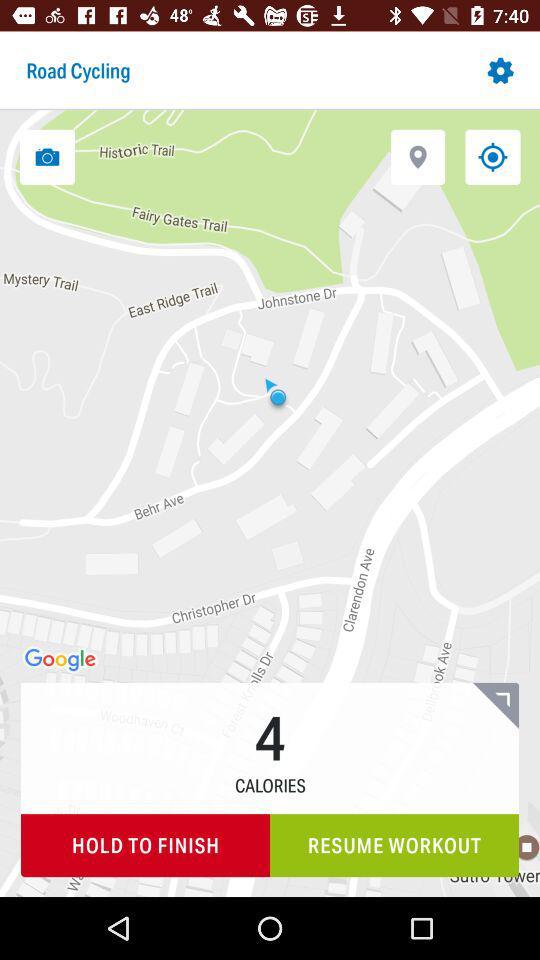 The image size is (540, 960). I want to click on the icon to the right of the hold to finish item, so click(394, 844).